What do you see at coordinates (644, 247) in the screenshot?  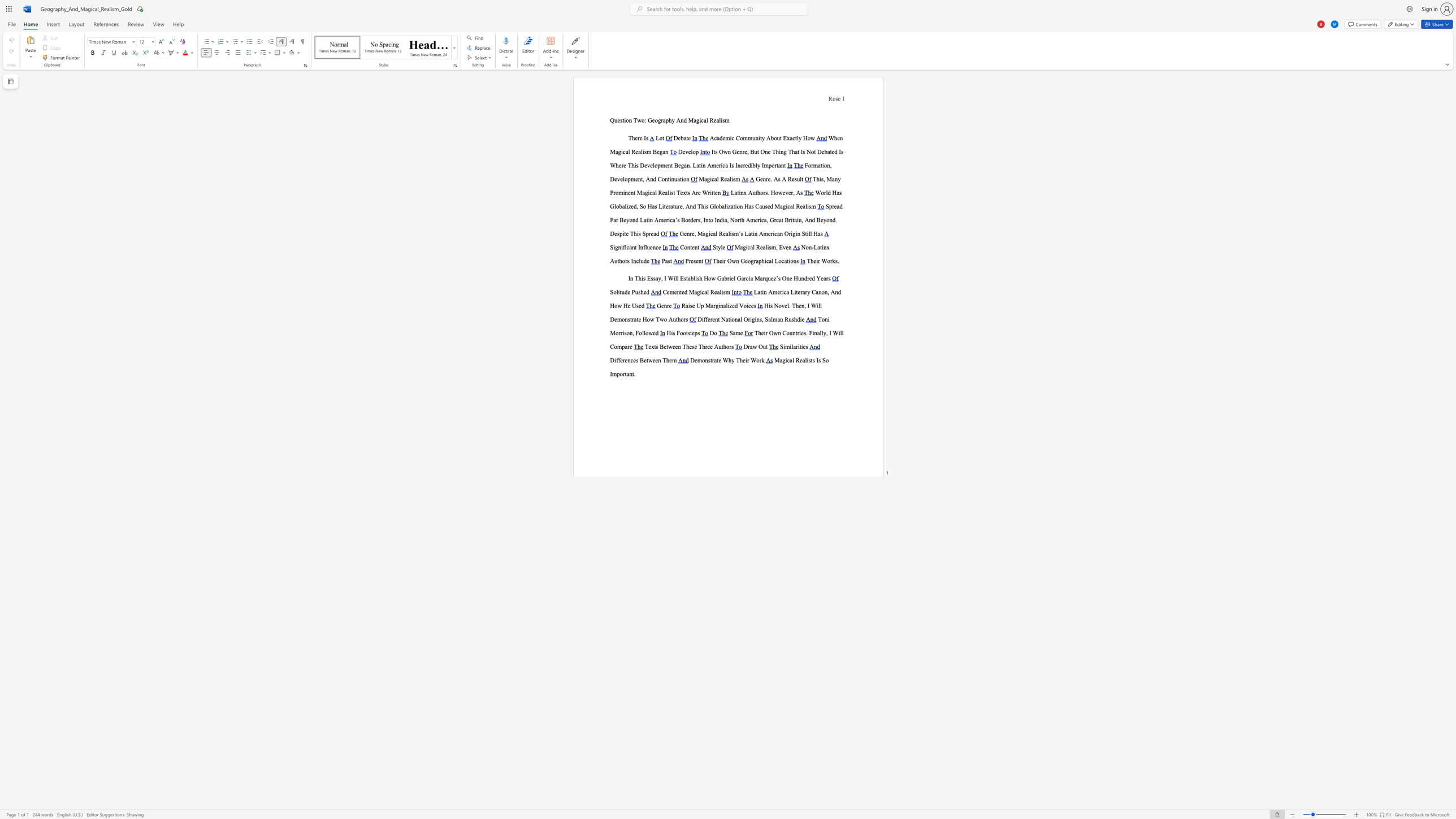 I see `the subset text "lu" within the text "Significant Influence"` at bounding box center [644, 247].